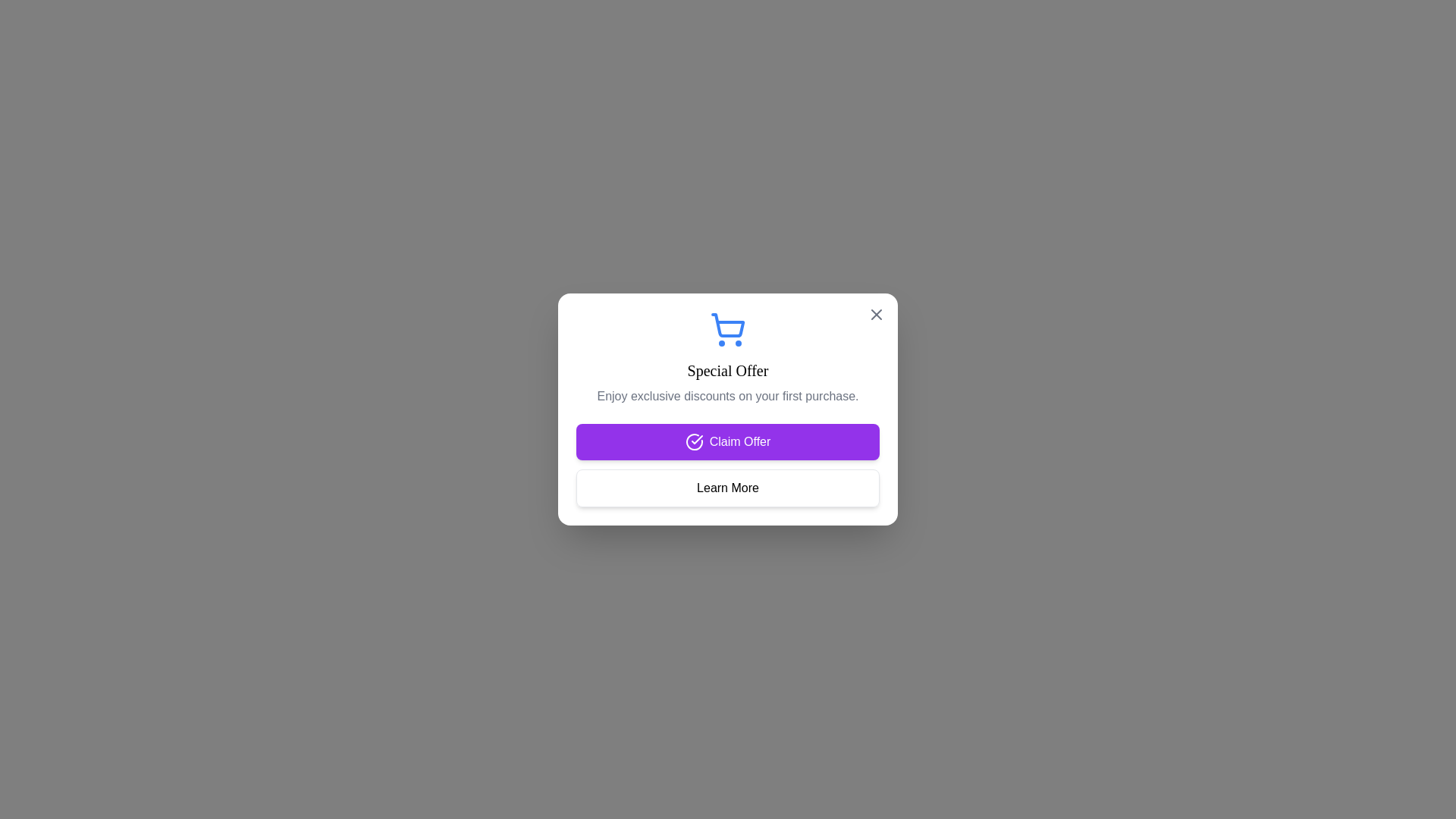 Image resolution: width=1456 pixels, height=819 pixels. Describe the element at coordinates (728, 441) in the screenshot. I see `the 'Claim Offer' button to claim the offer` at that location.